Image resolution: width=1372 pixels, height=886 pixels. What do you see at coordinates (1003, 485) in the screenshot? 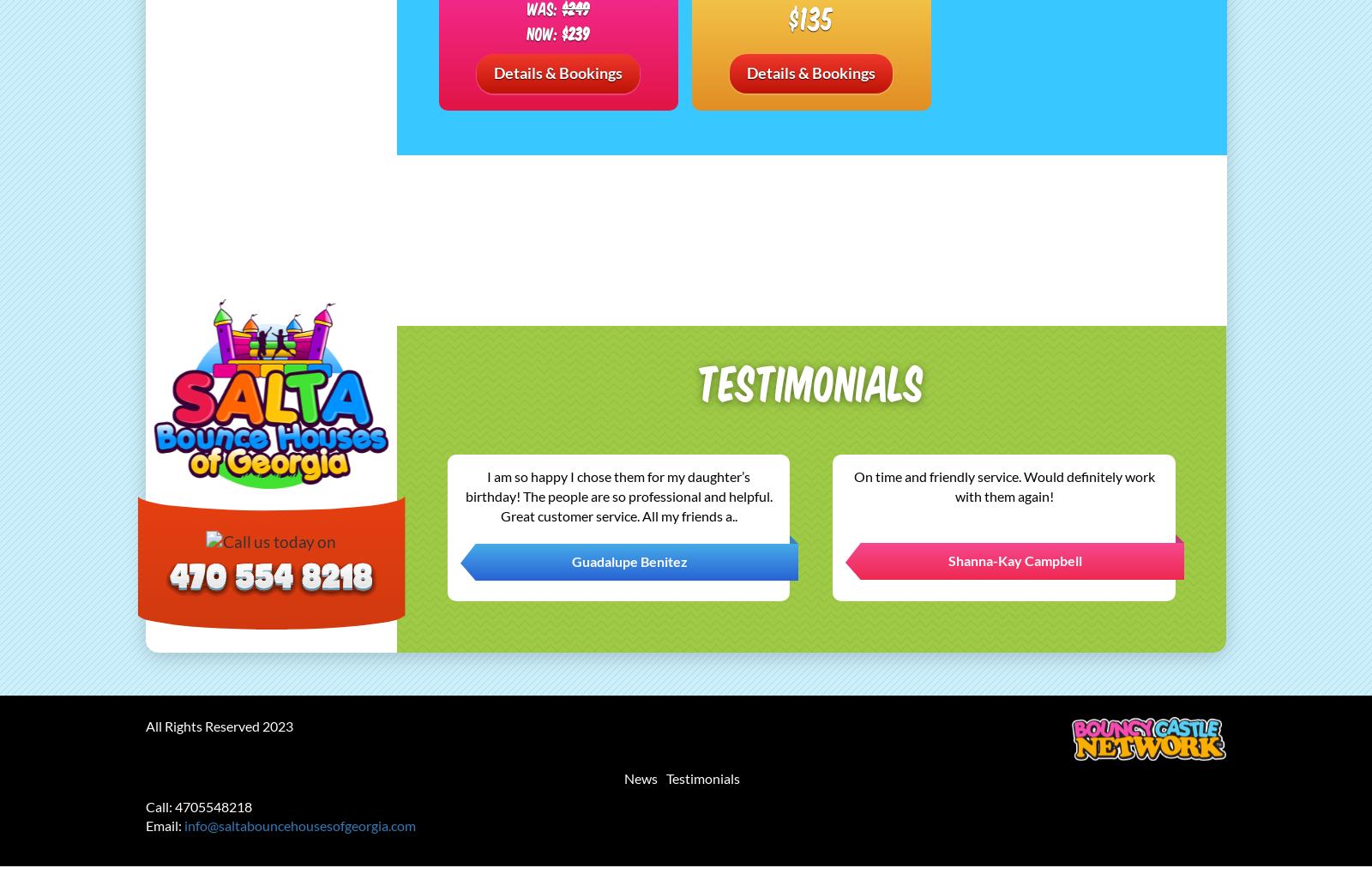
I see `'On time and friendly service. Would definitely work with them again!'` at bounding box center [1003, 485].